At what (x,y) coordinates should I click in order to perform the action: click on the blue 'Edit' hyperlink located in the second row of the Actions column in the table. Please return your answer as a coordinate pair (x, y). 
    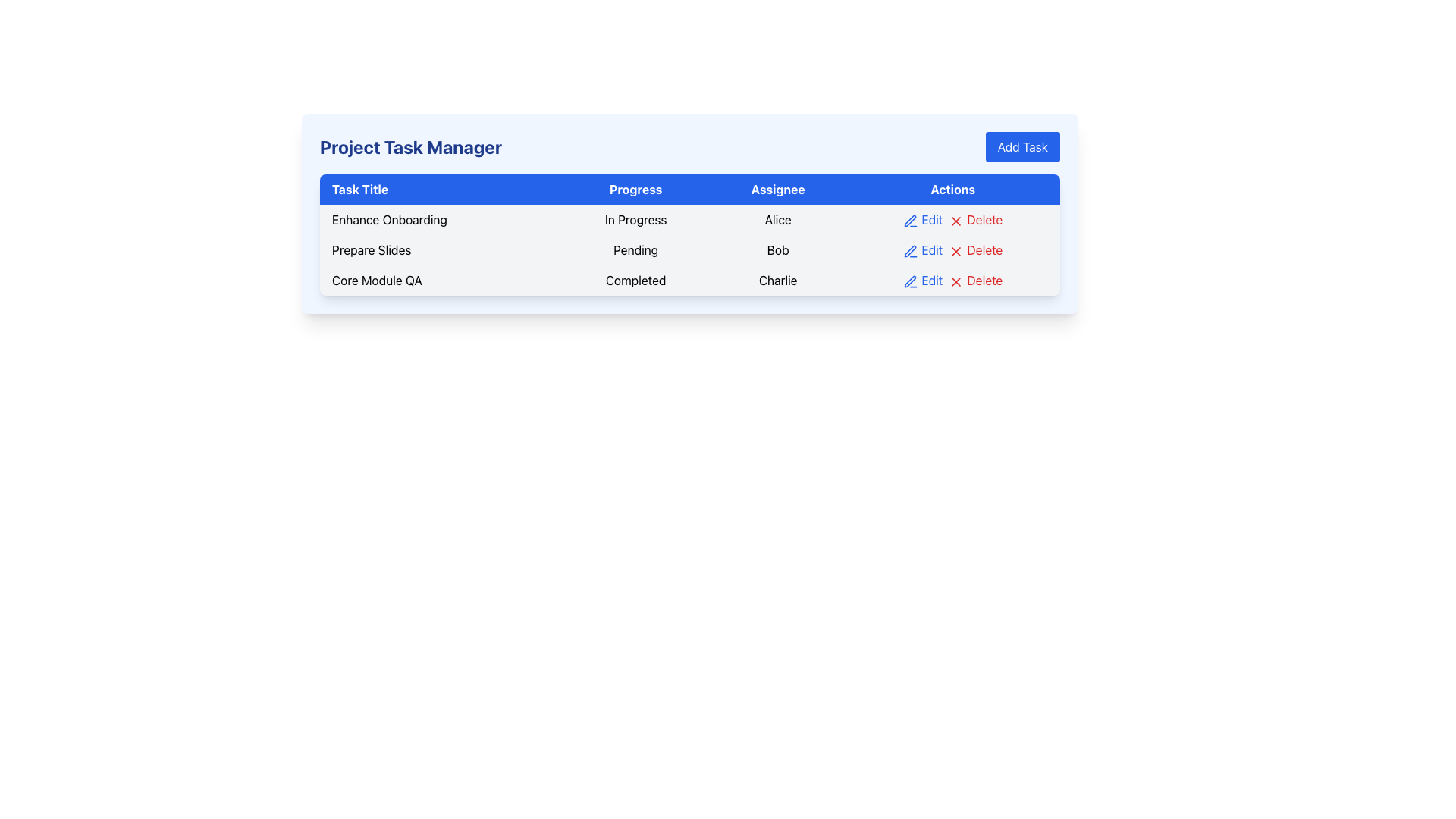
    Looking at the image, I should click on (922, 249).